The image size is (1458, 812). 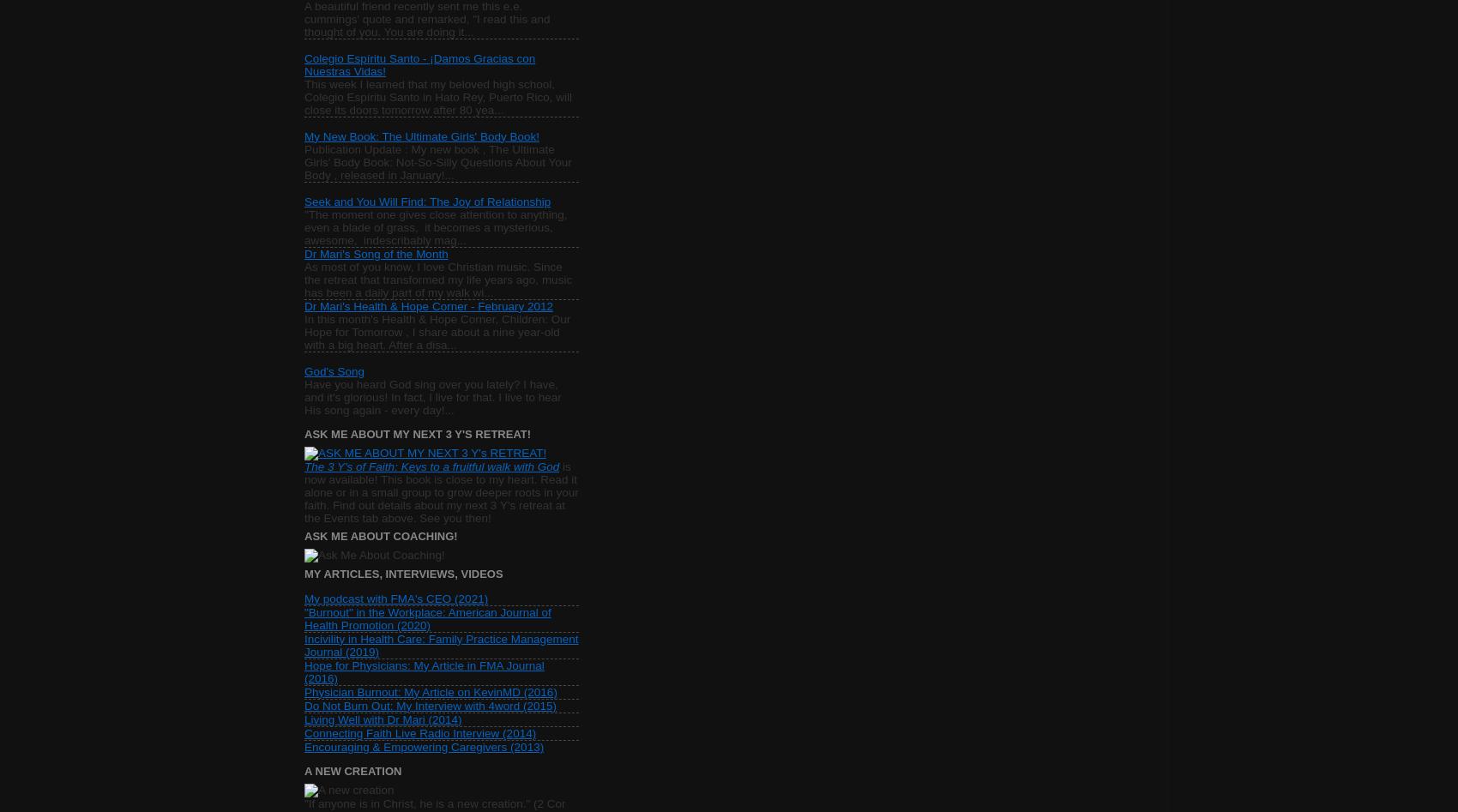 I want to click on 'Living Well with Dr Mari (2014)', so click(x=383, y=719).